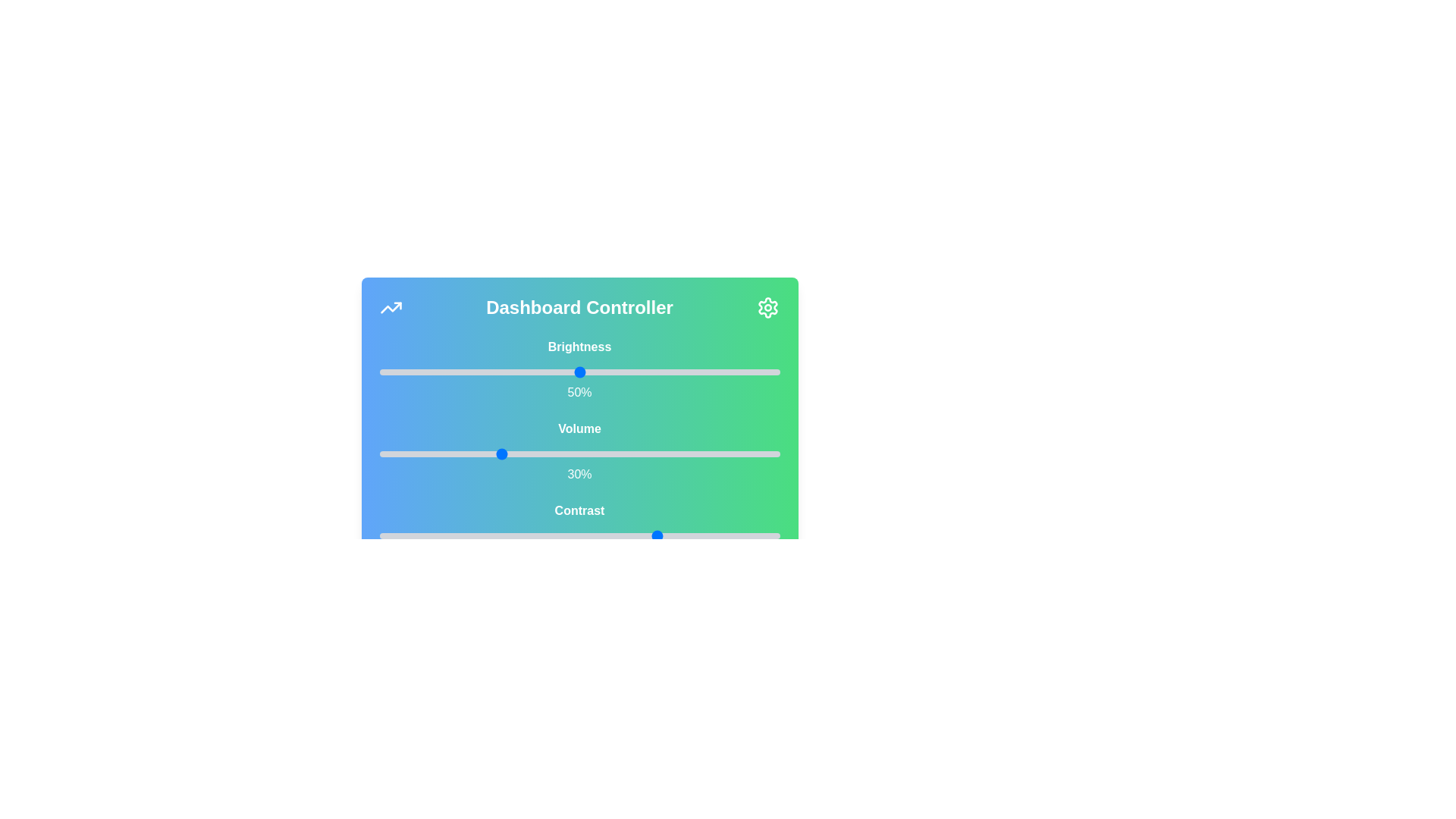 This screenshot has height=819, width=1456. Describe the element at coordinates (582, 535) in the screenshot. I see `the contrast slider to 51%` at that location.